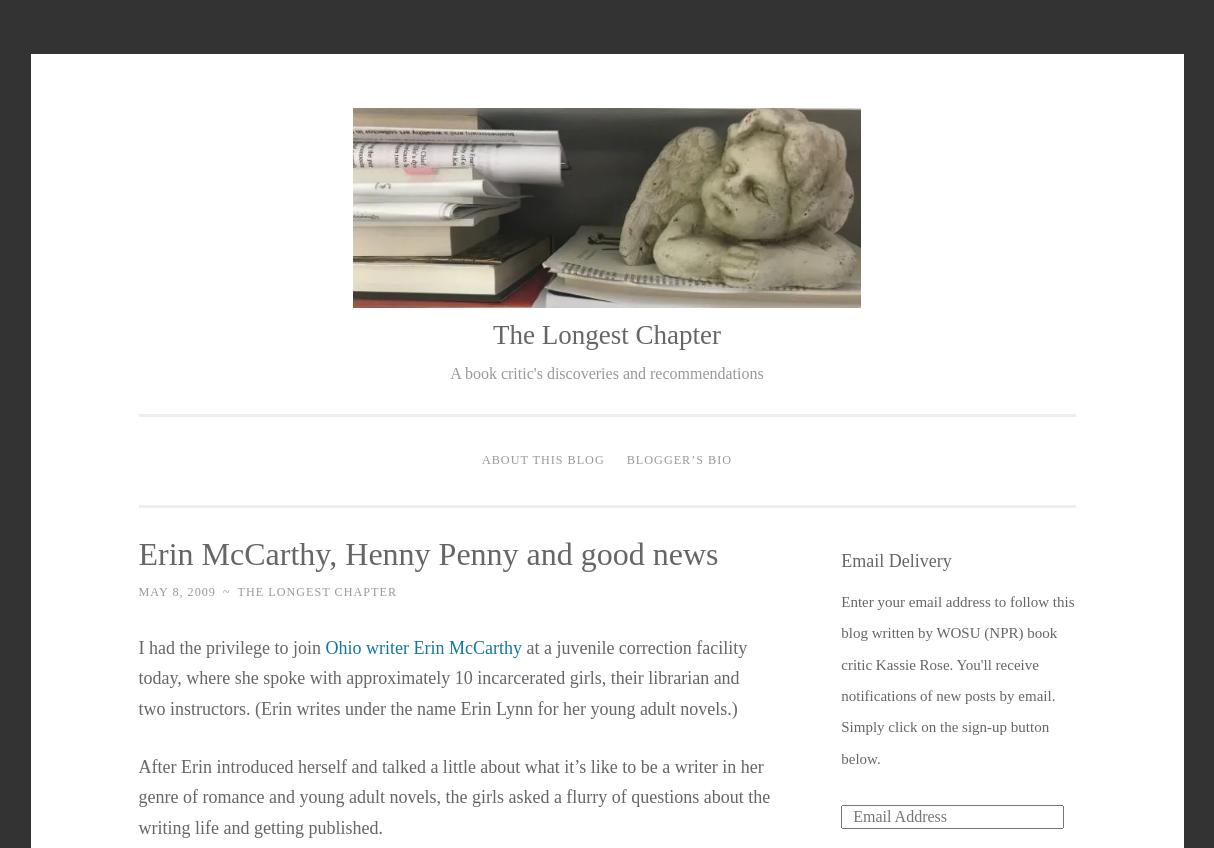 Image resolution: width=1214 pixels, height=848 pixels. What do you see at coordinates (137, 551) in the screenshot?
I see `'Erin McCarthy, Henny Penny and good news'` at bounding box center [137, 551].